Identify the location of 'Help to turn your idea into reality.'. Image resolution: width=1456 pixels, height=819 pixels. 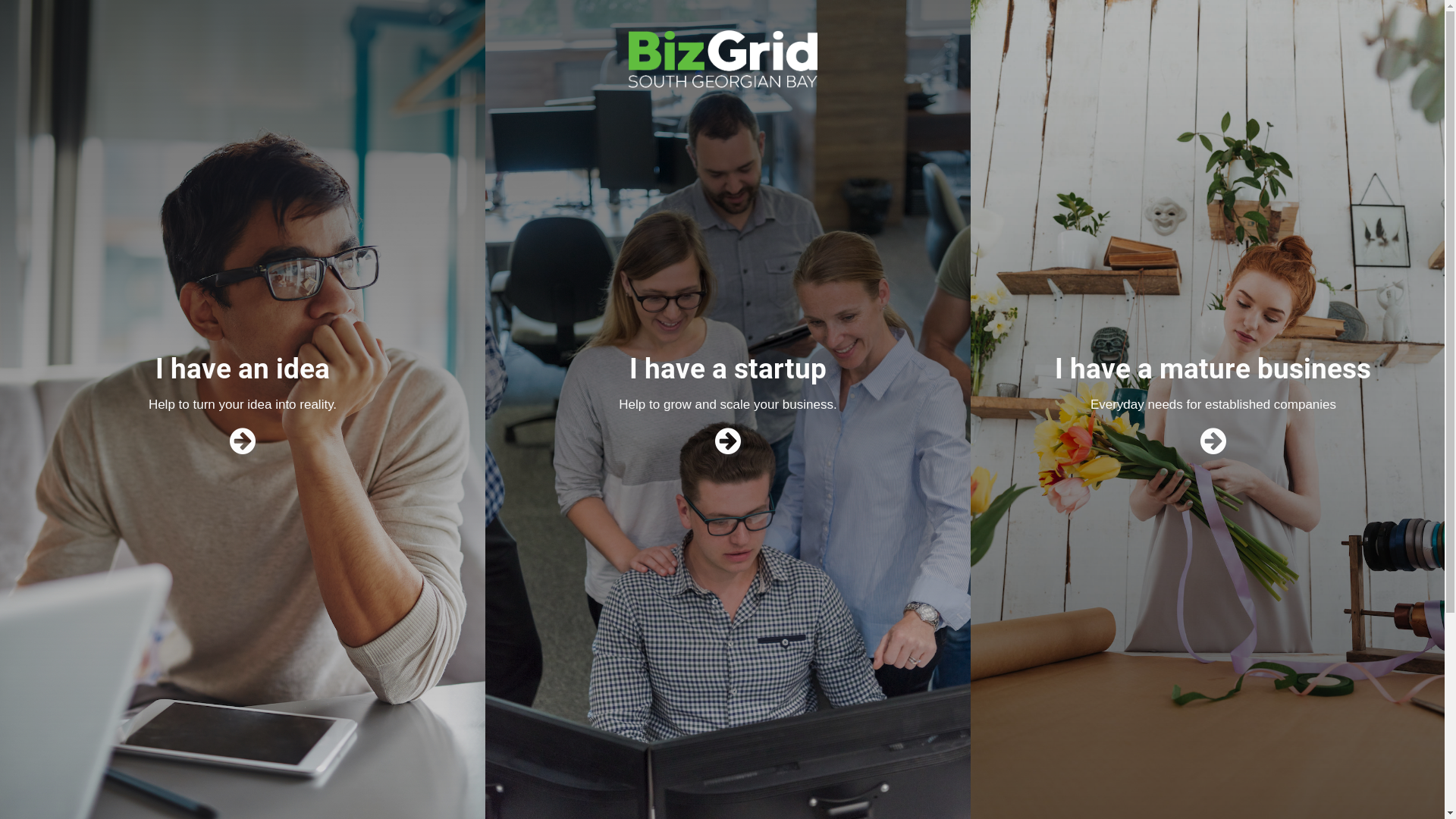
(243, 403).